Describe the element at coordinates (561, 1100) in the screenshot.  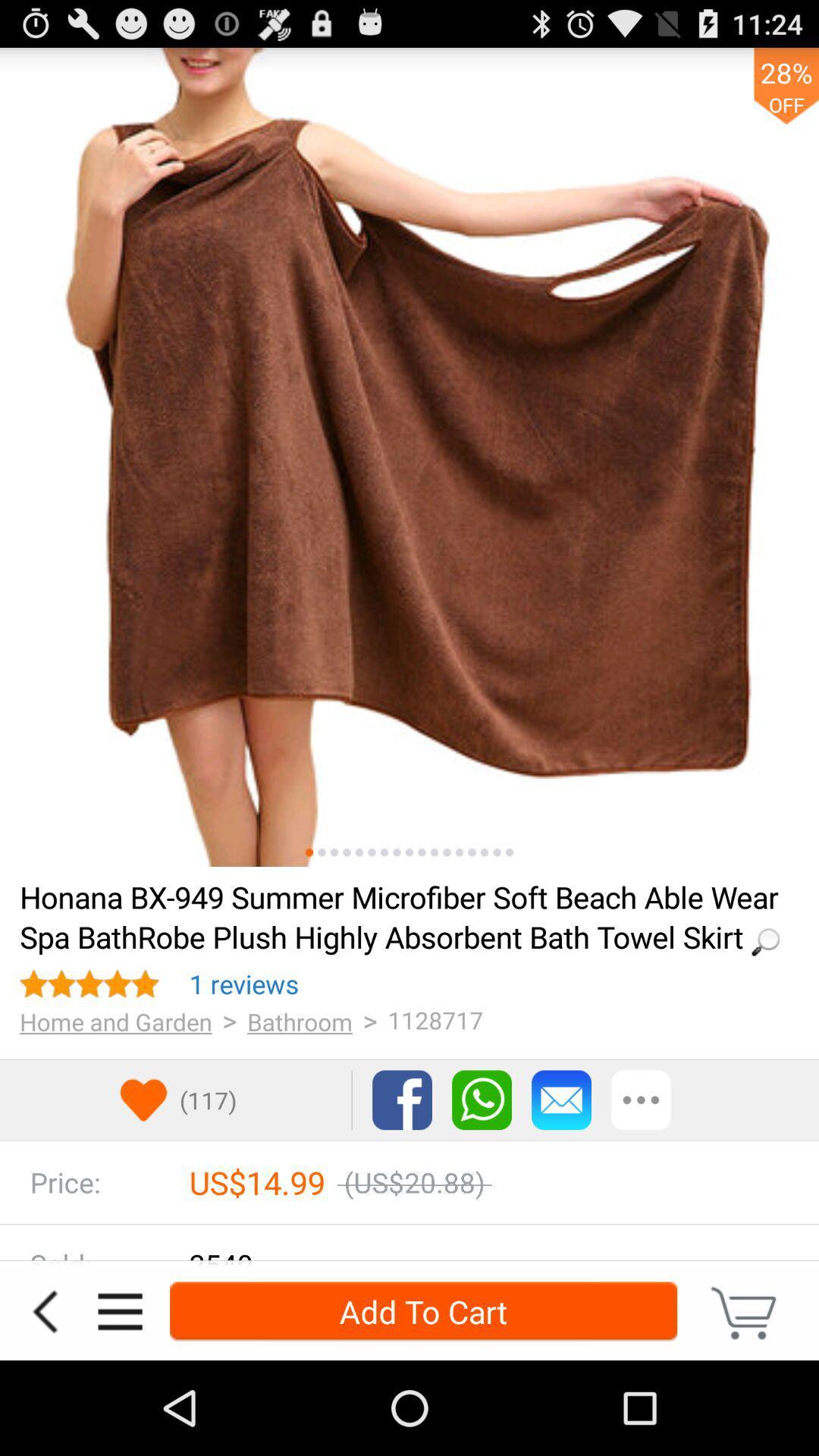
I see `contact through email` at that location.